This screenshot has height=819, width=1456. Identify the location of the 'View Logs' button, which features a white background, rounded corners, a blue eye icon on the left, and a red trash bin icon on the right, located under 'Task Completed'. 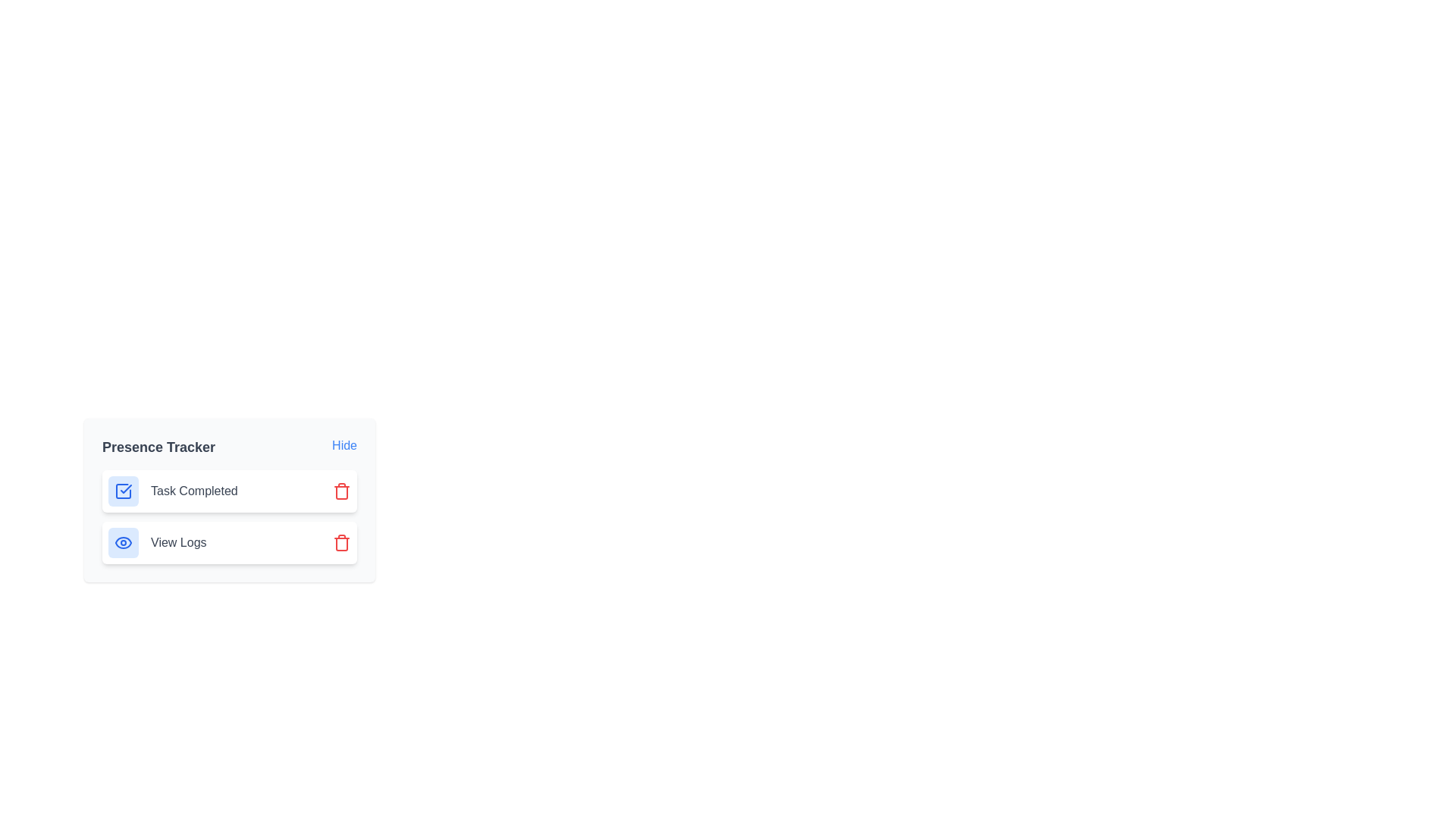
(228, 542).